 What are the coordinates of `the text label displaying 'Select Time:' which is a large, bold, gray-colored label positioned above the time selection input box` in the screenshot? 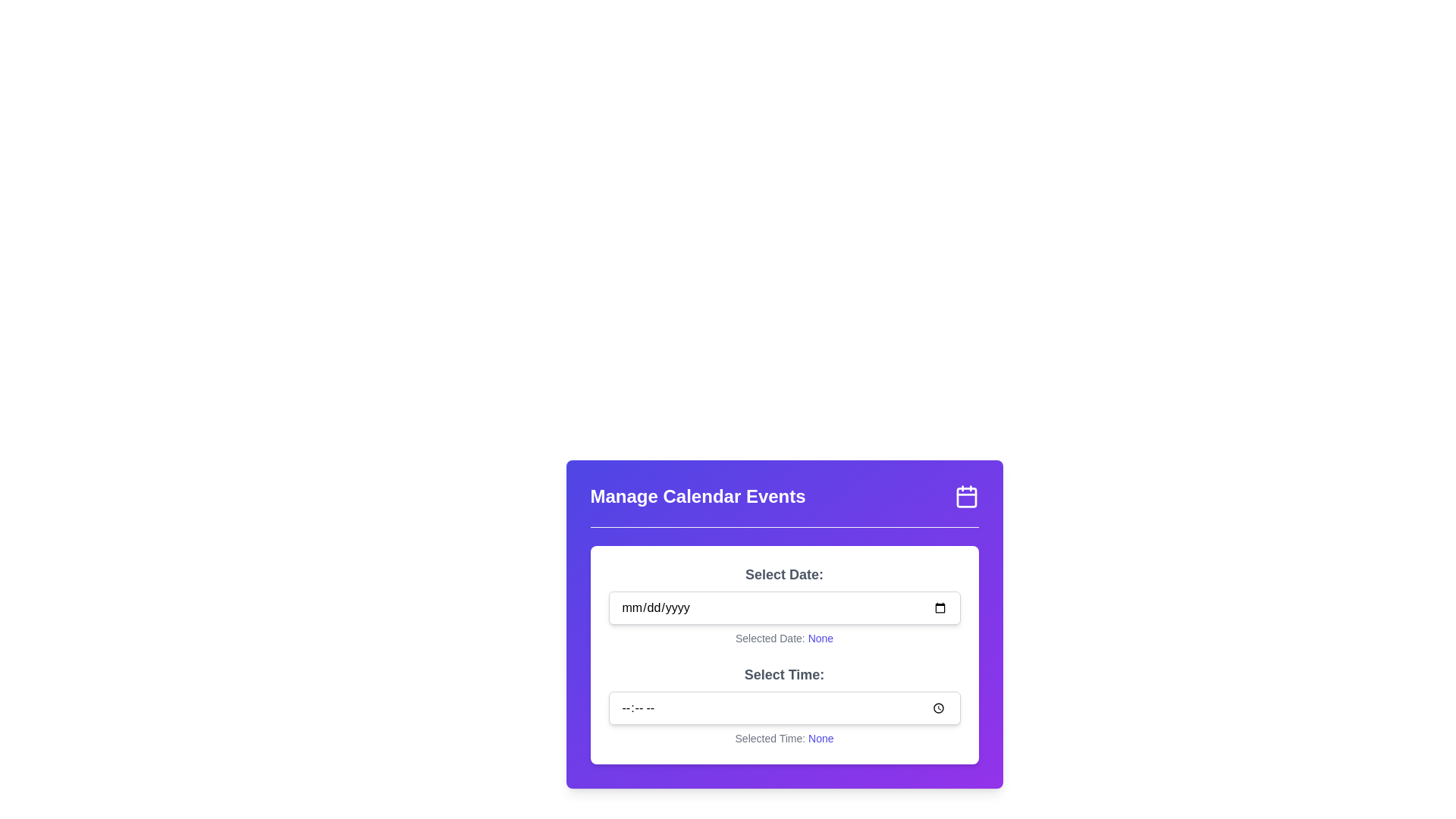 It's located at (784, 674).